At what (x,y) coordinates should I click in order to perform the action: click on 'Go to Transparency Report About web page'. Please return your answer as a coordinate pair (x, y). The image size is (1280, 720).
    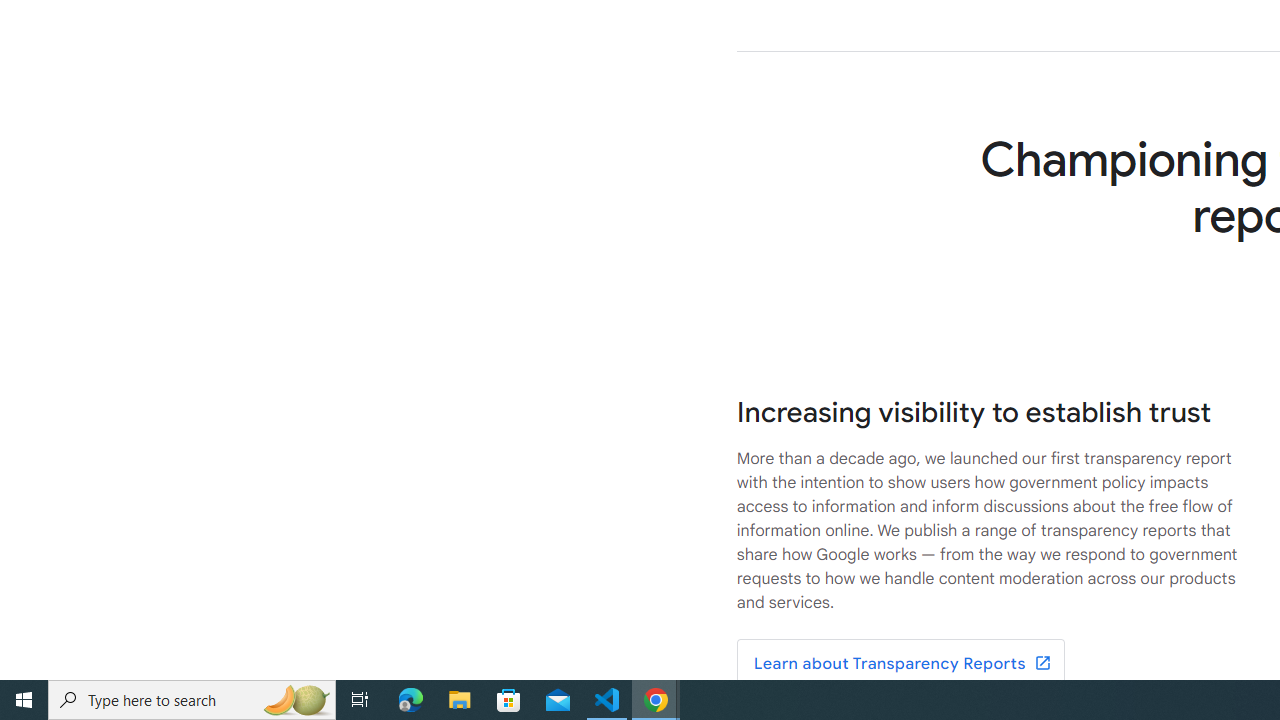
    Looking at the image, I should click on (899, 664).